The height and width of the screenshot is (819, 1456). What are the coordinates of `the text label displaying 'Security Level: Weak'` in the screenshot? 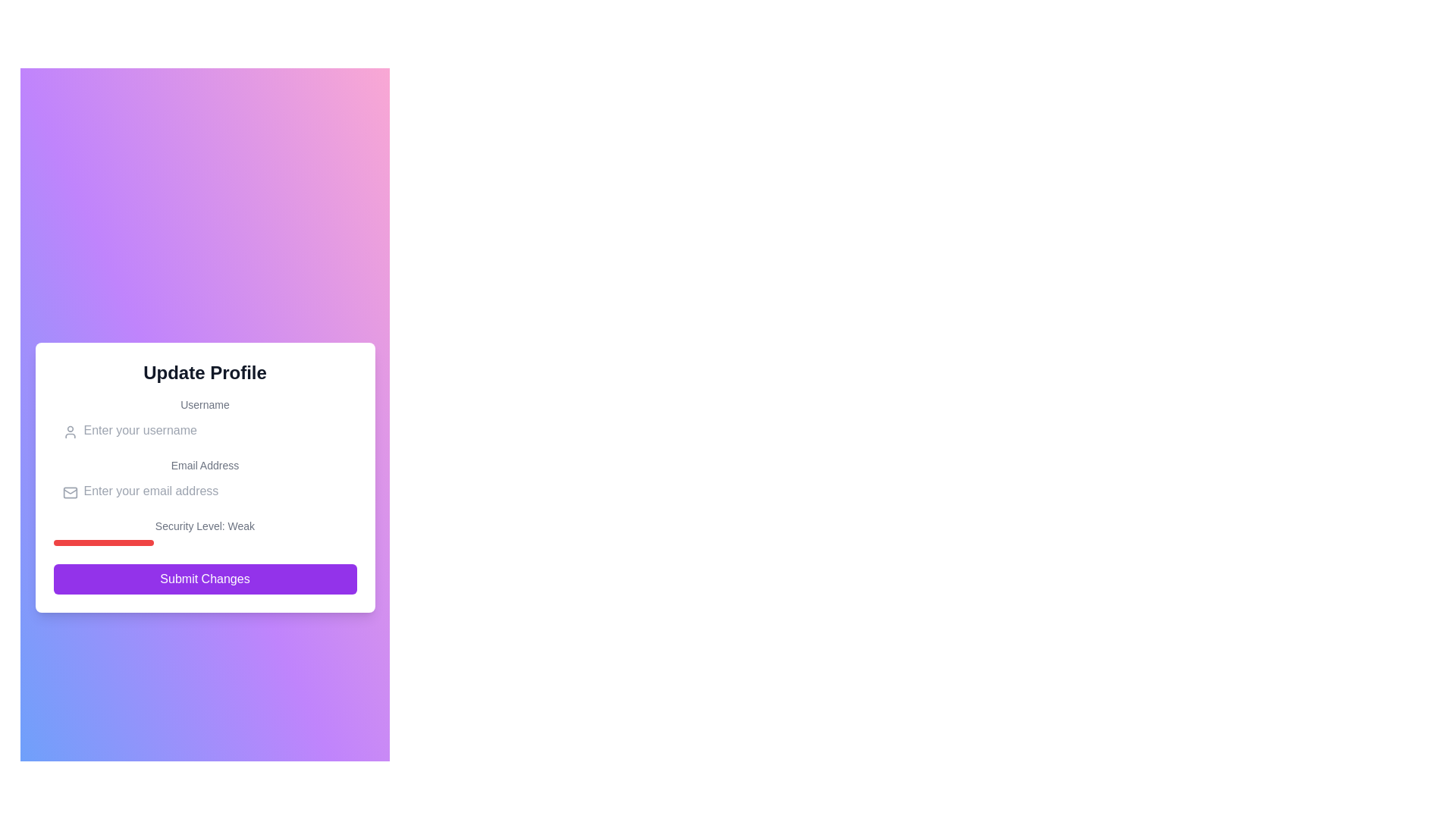 It's located at (204, 526).